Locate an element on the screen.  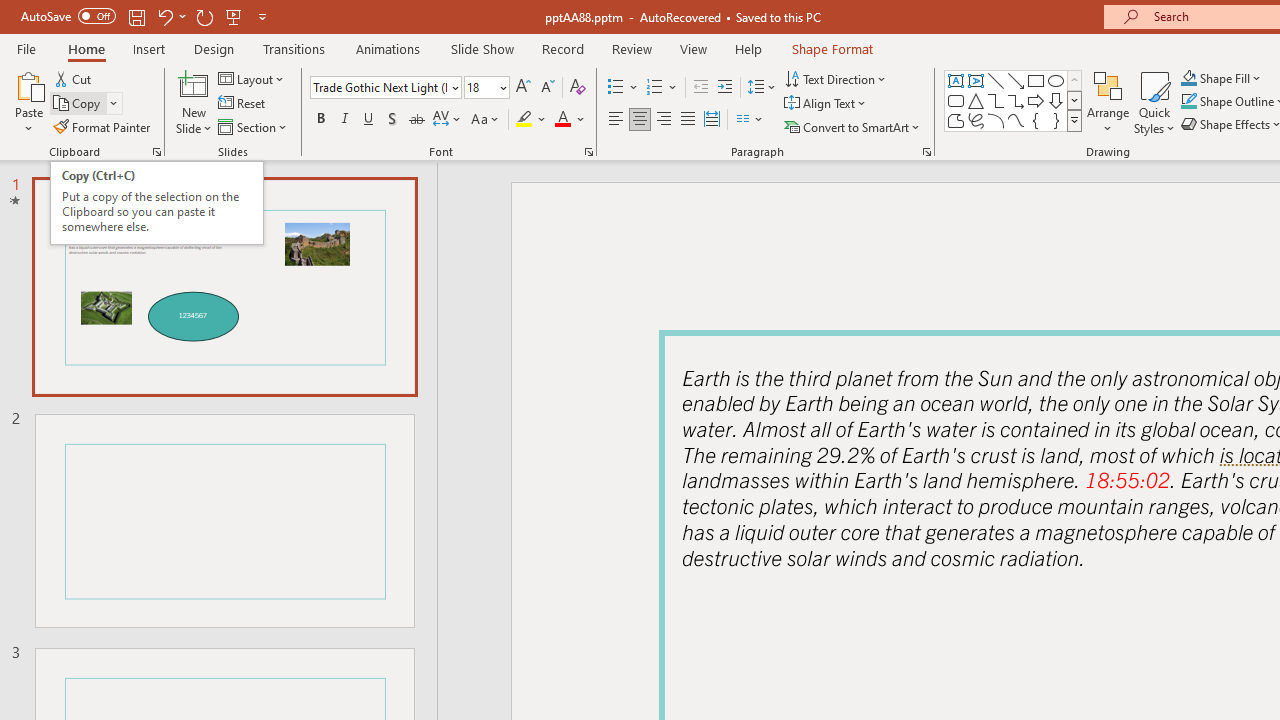
'Shape Fill Aqua, Accent 2' is located at coordinates (1189, 77).